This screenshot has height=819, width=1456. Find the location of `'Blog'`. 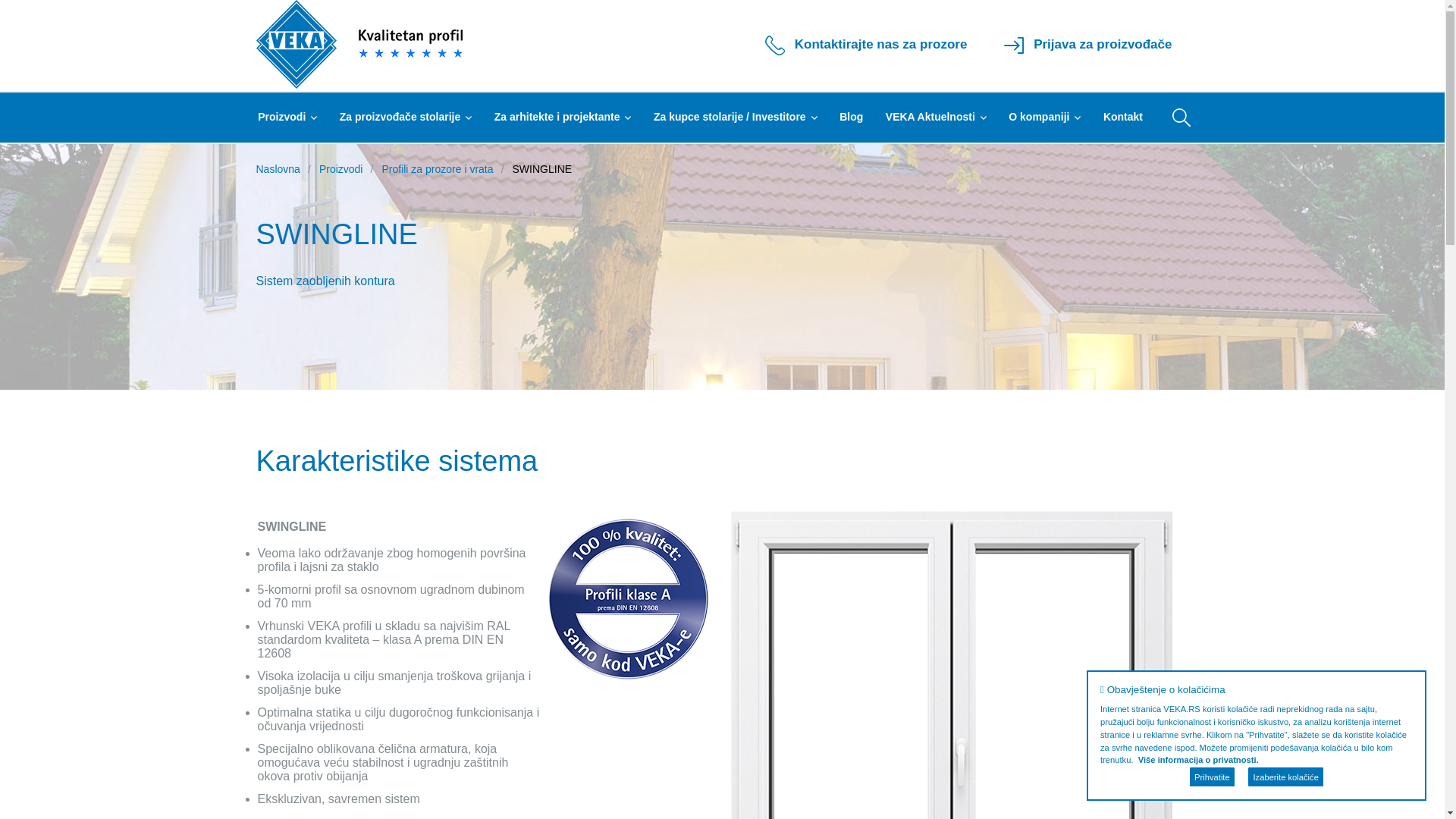

'Blog' is located at coordinates (829, 117).